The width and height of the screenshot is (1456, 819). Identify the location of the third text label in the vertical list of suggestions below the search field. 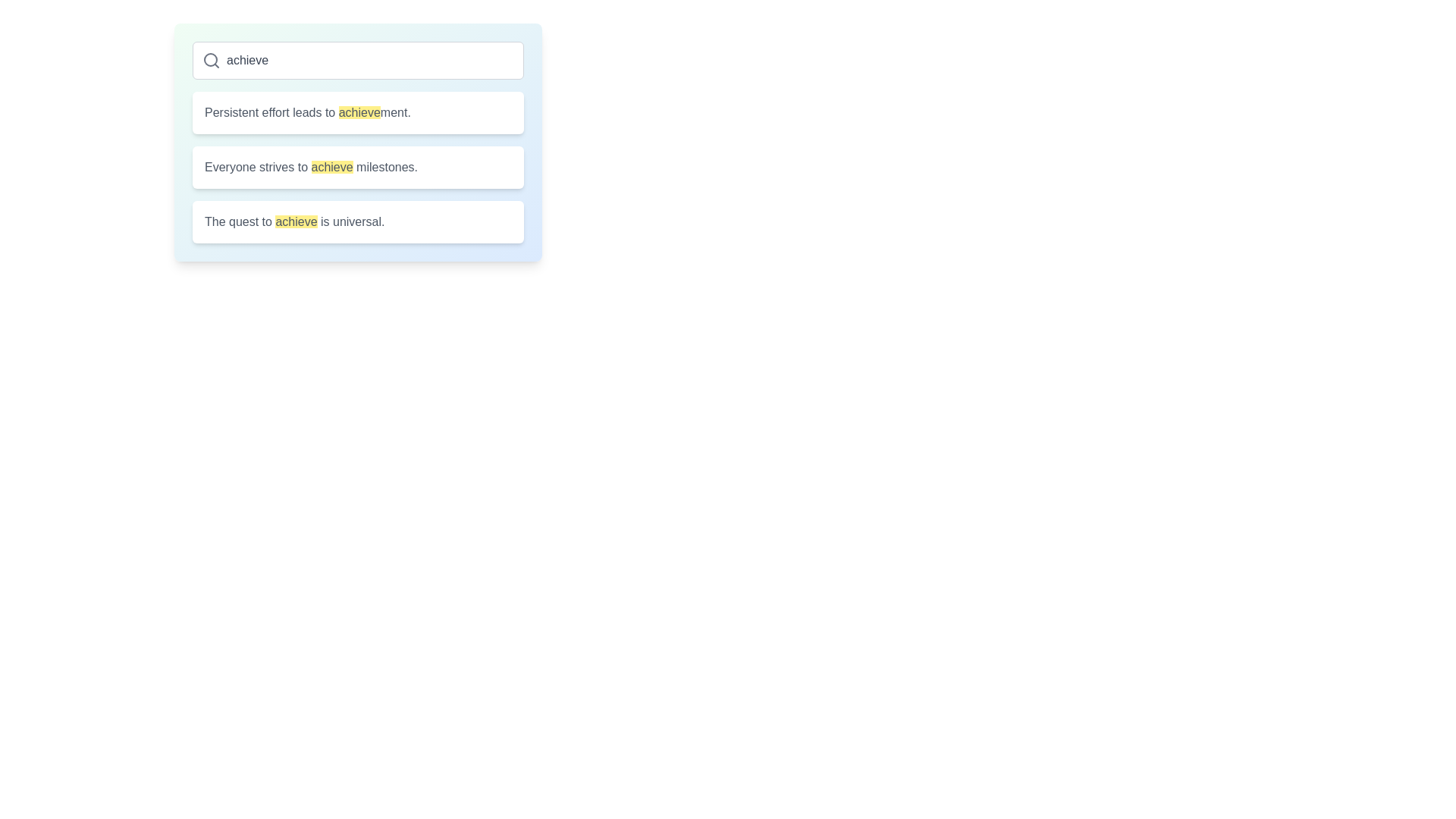
(294, 222).